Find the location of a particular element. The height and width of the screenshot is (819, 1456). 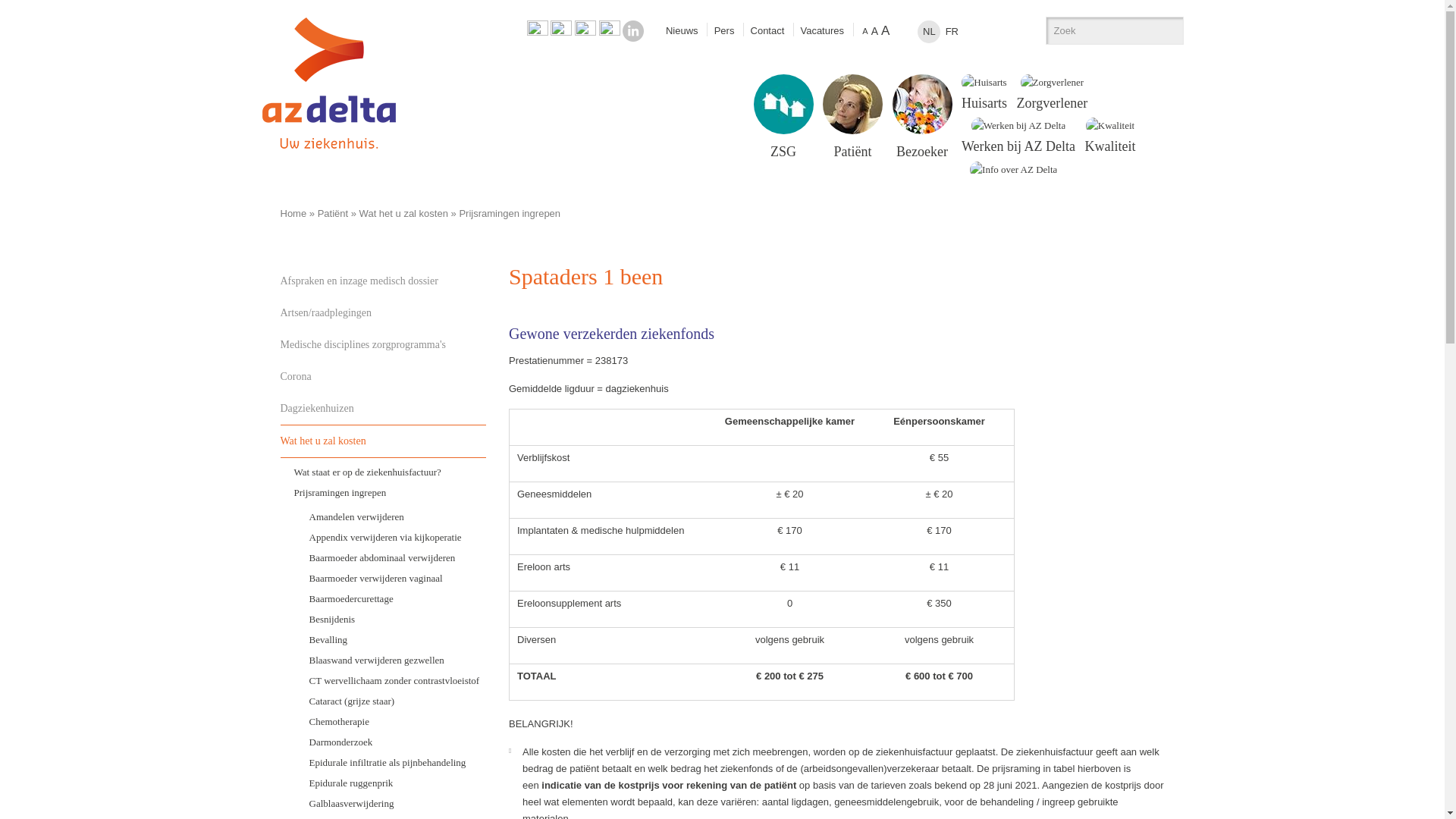

'Baarmoedercurettage' is located at coordinates (295, 598).